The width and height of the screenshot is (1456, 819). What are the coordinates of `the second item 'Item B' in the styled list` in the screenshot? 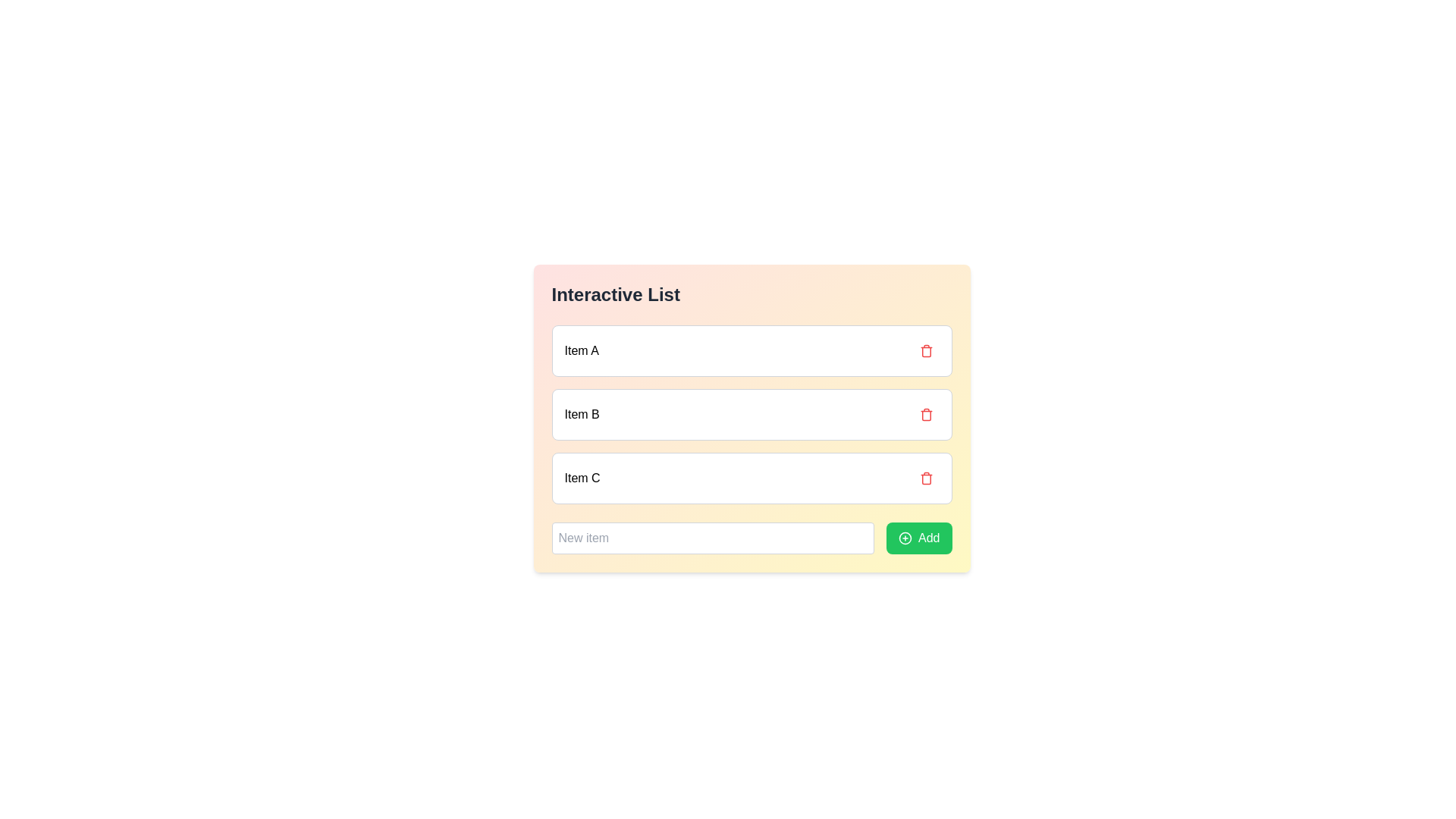 It's located at (752, 418).